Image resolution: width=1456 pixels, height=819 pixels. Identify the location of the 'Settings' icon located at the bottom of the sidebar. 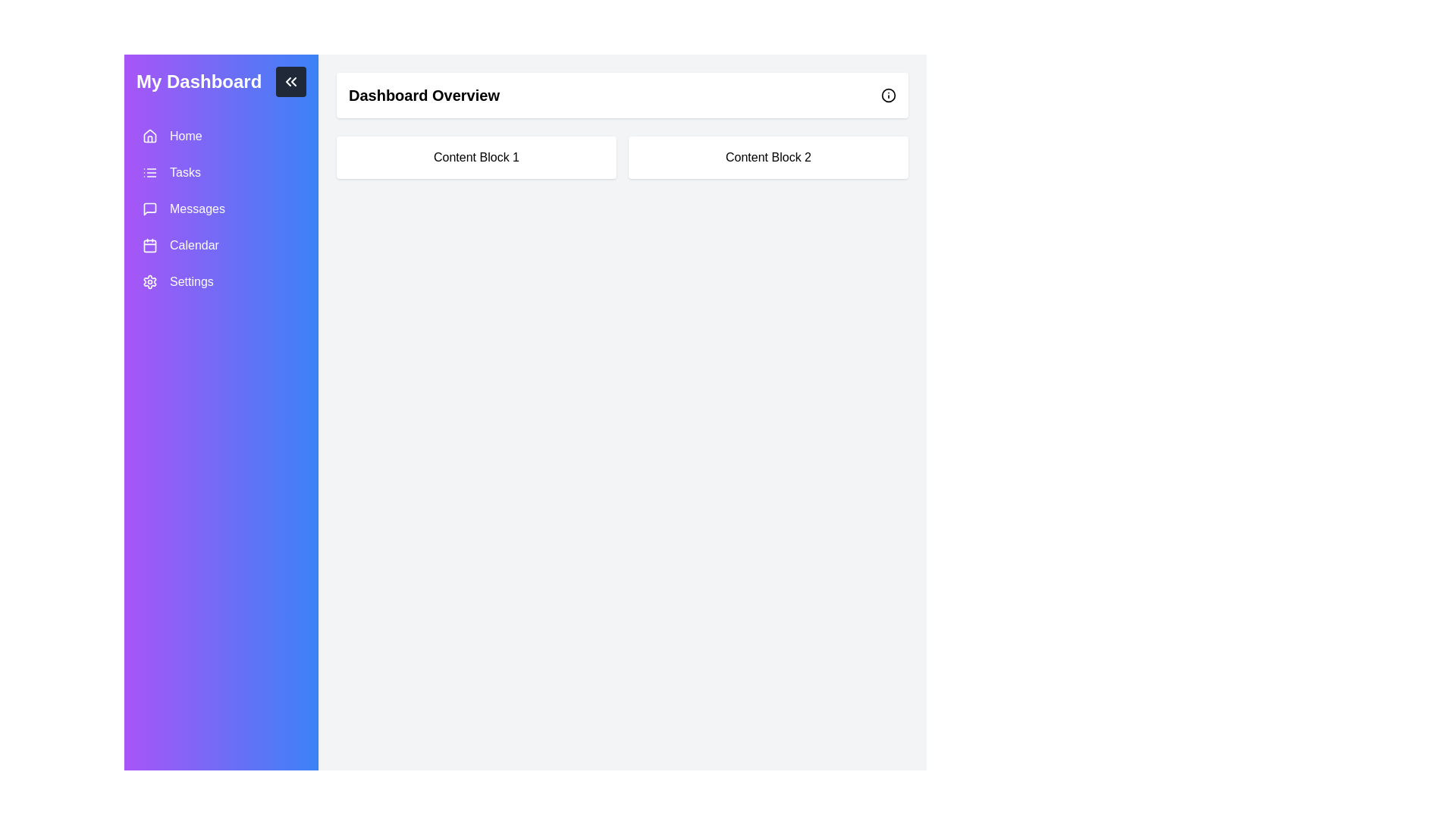
(149, 281).